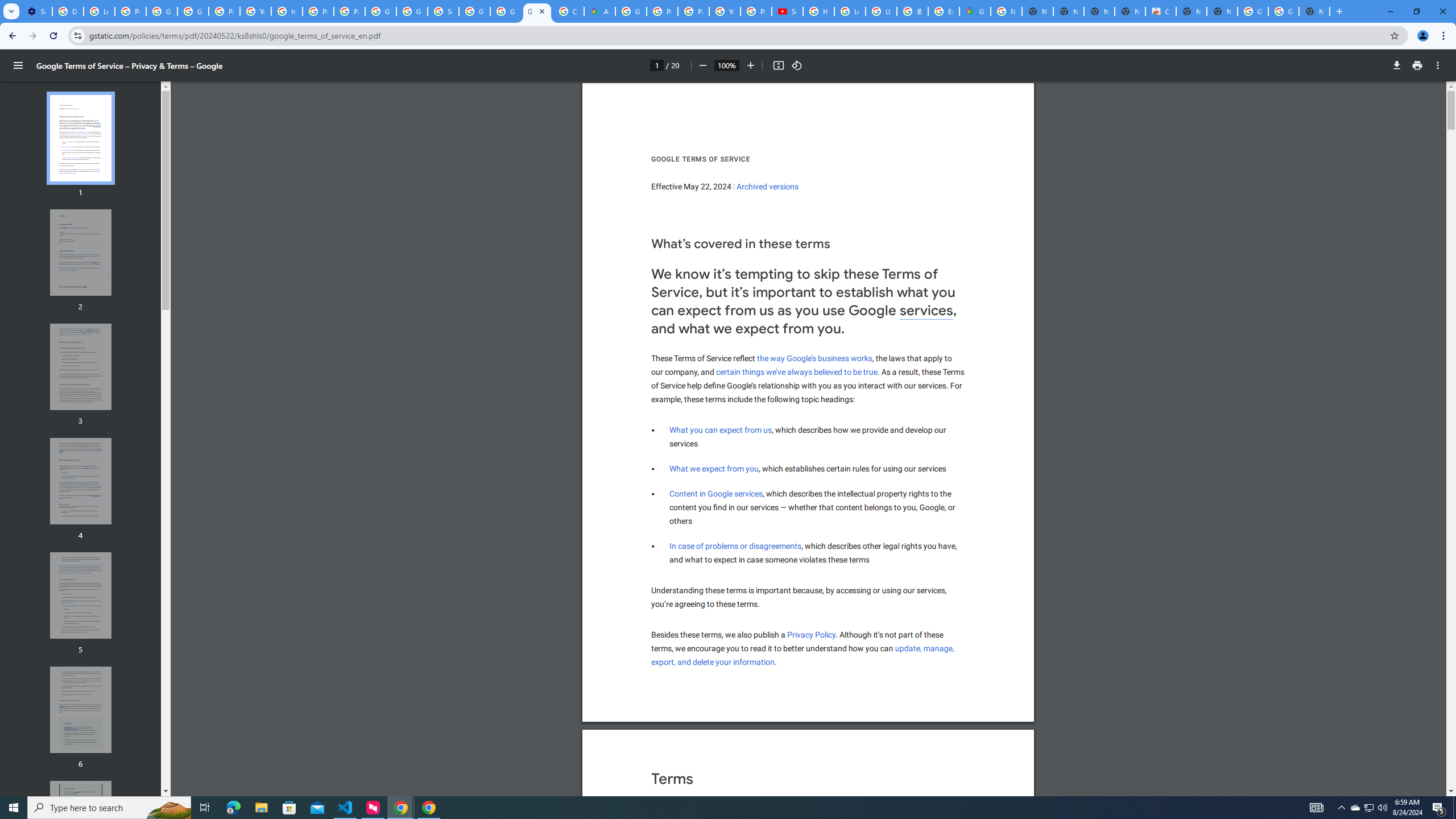 Image resolution: width=1456 pixels, height=819 pixels. What do you see at coordinates (81, 253) in the screenshot?
I see `'Thumbnail for page 2'` at bounding box center [81, 253].